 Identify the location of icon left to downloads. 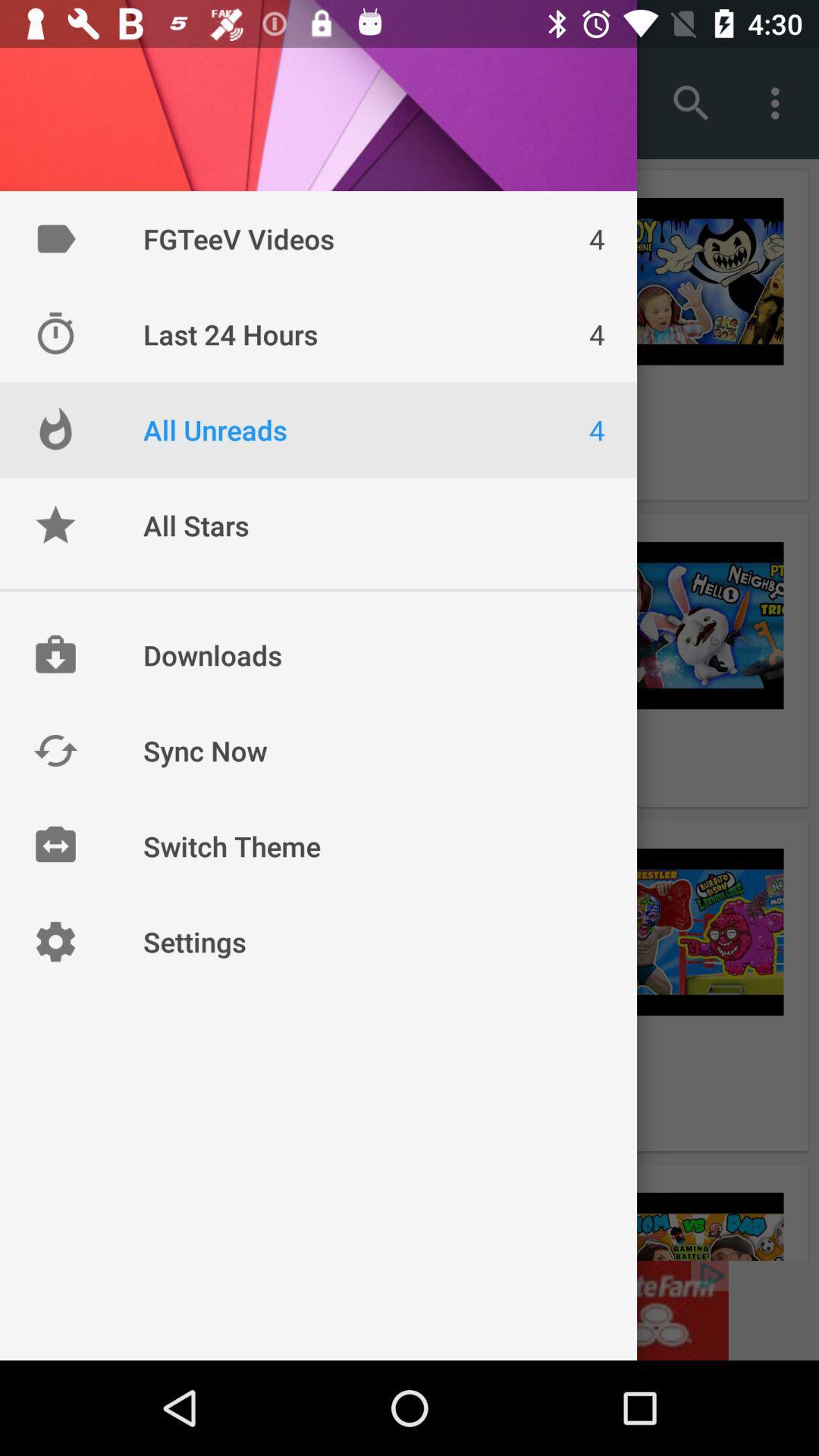
(55, 655).